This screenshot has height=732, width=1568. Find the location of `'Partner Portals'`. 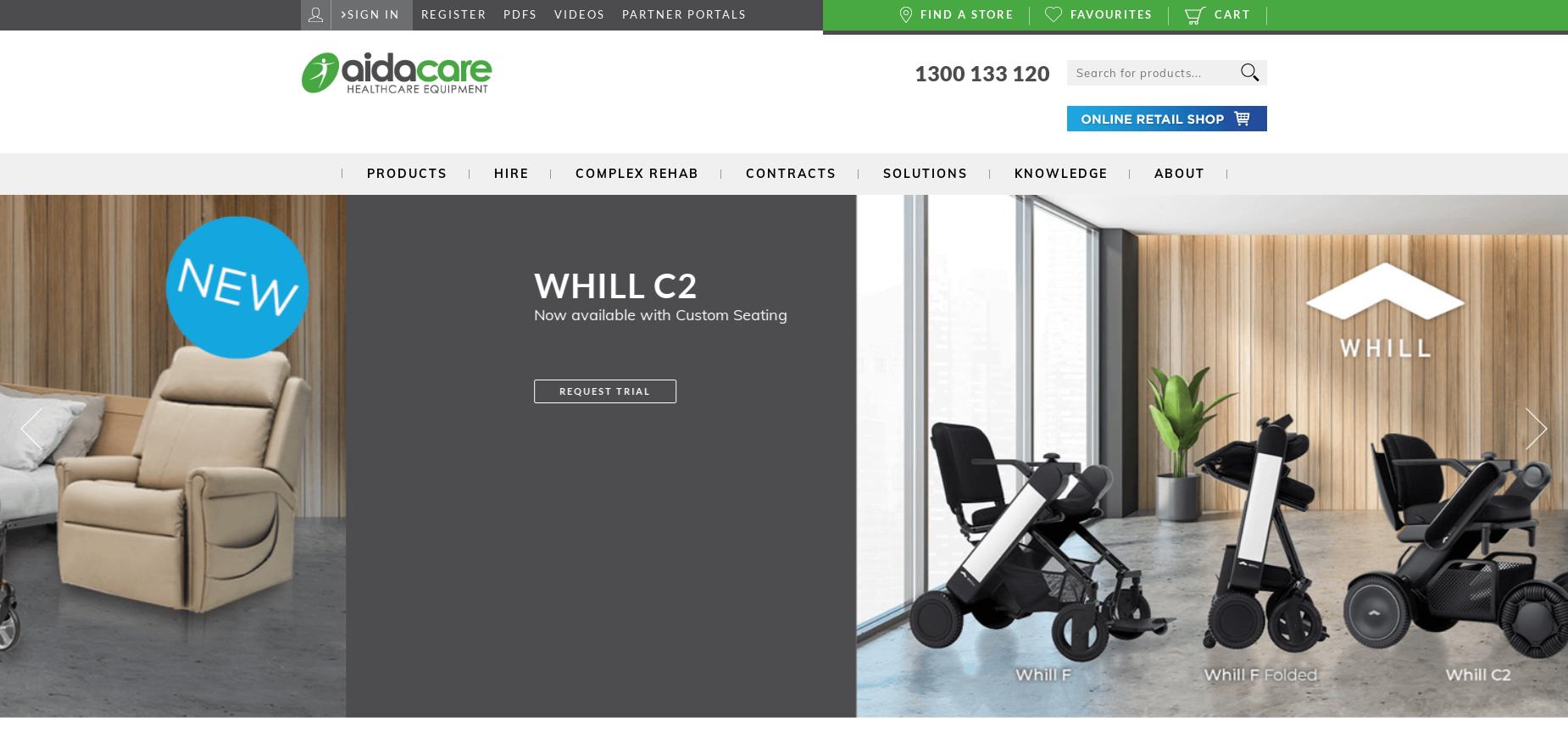

'Partner Portals' is located at coordinates (684, 14).